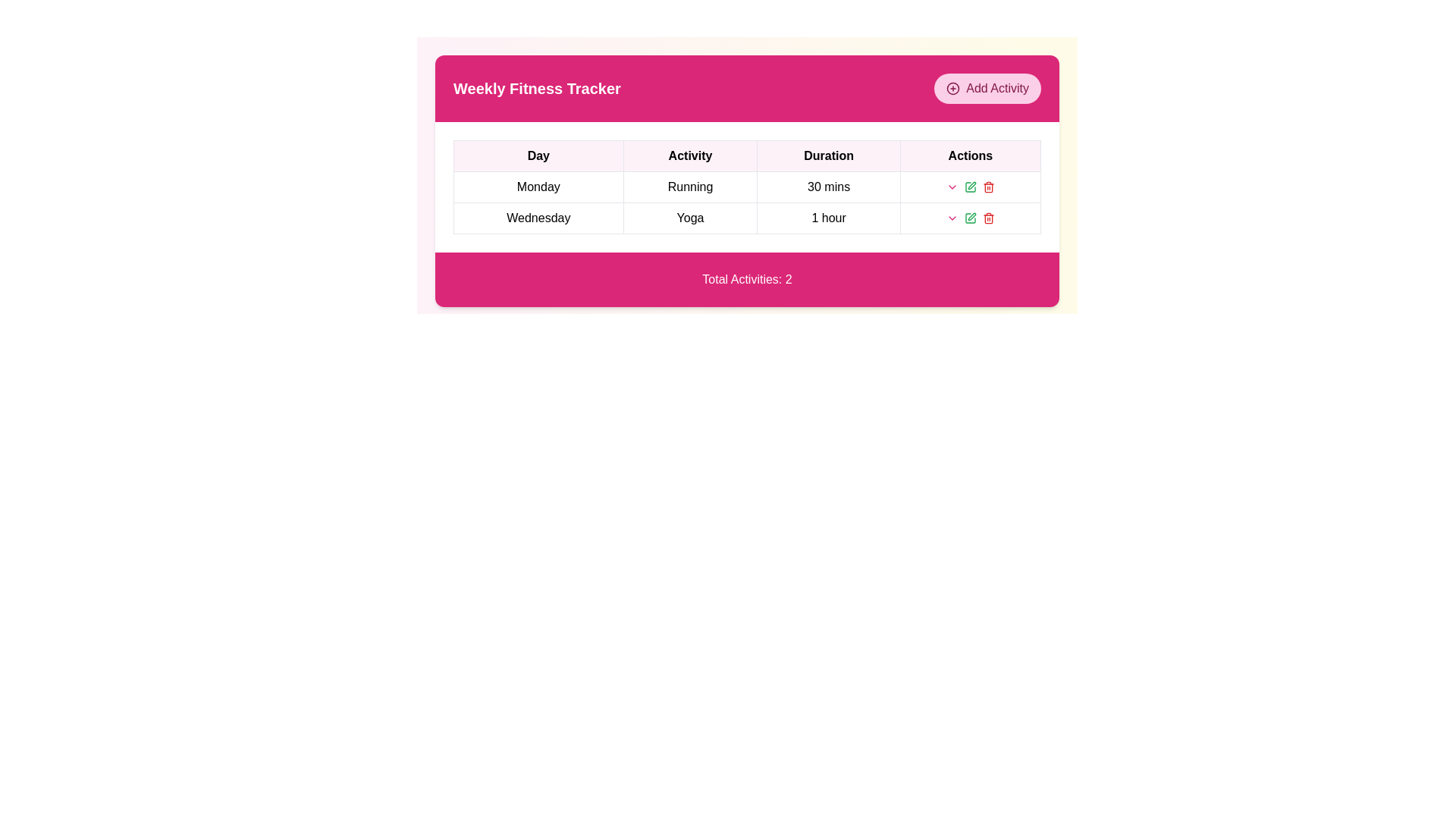 The image size is (1456, 819). I want to click on text label displaying 'Monday' located in the first column of the first row of the 'Weekly Fitness Tracker' component, so click(538, 186).